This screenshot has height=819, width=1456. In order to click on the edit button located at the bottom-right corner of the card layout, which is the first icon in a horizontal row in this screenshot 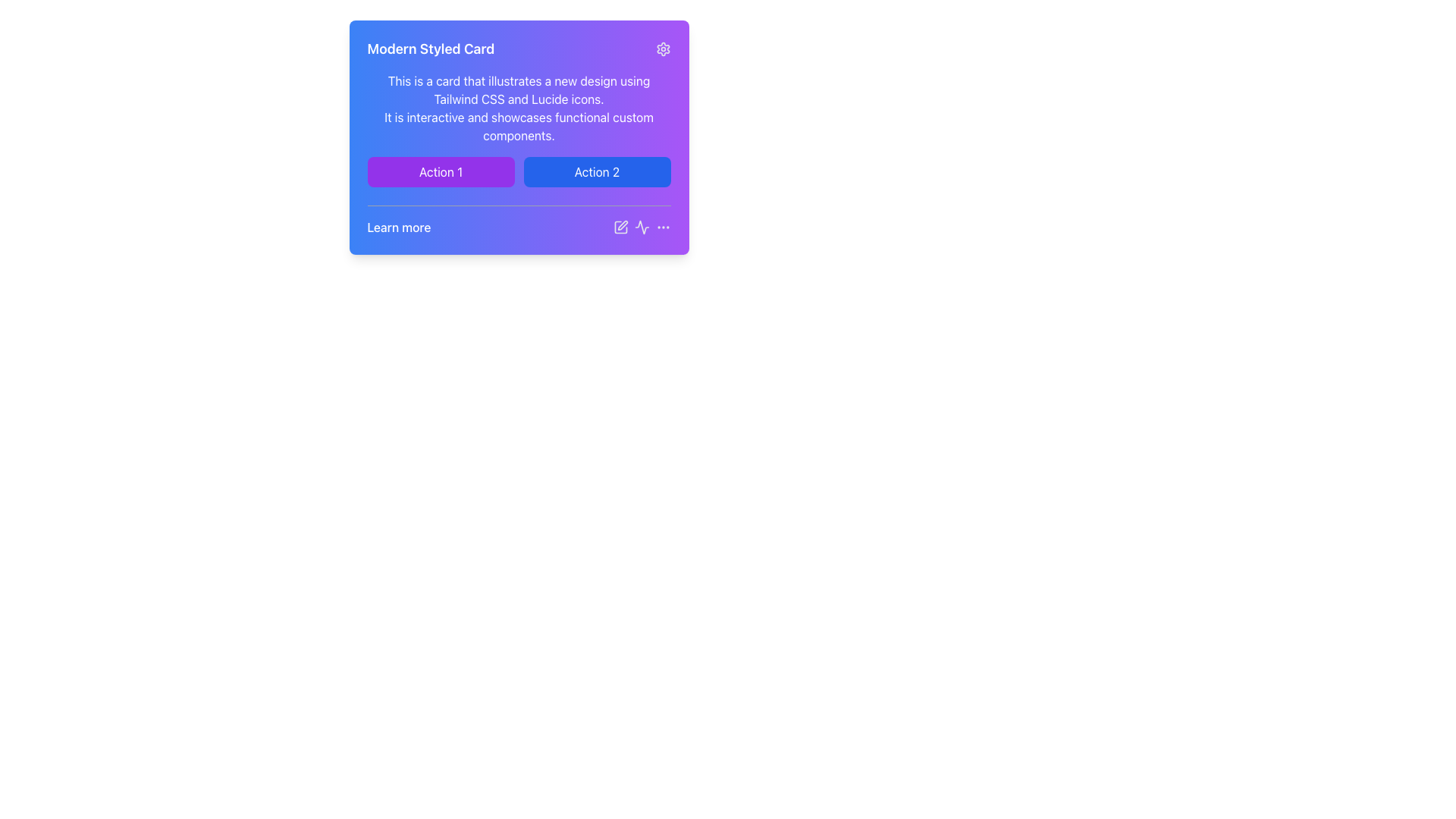, I will do `click(620, 227)`.